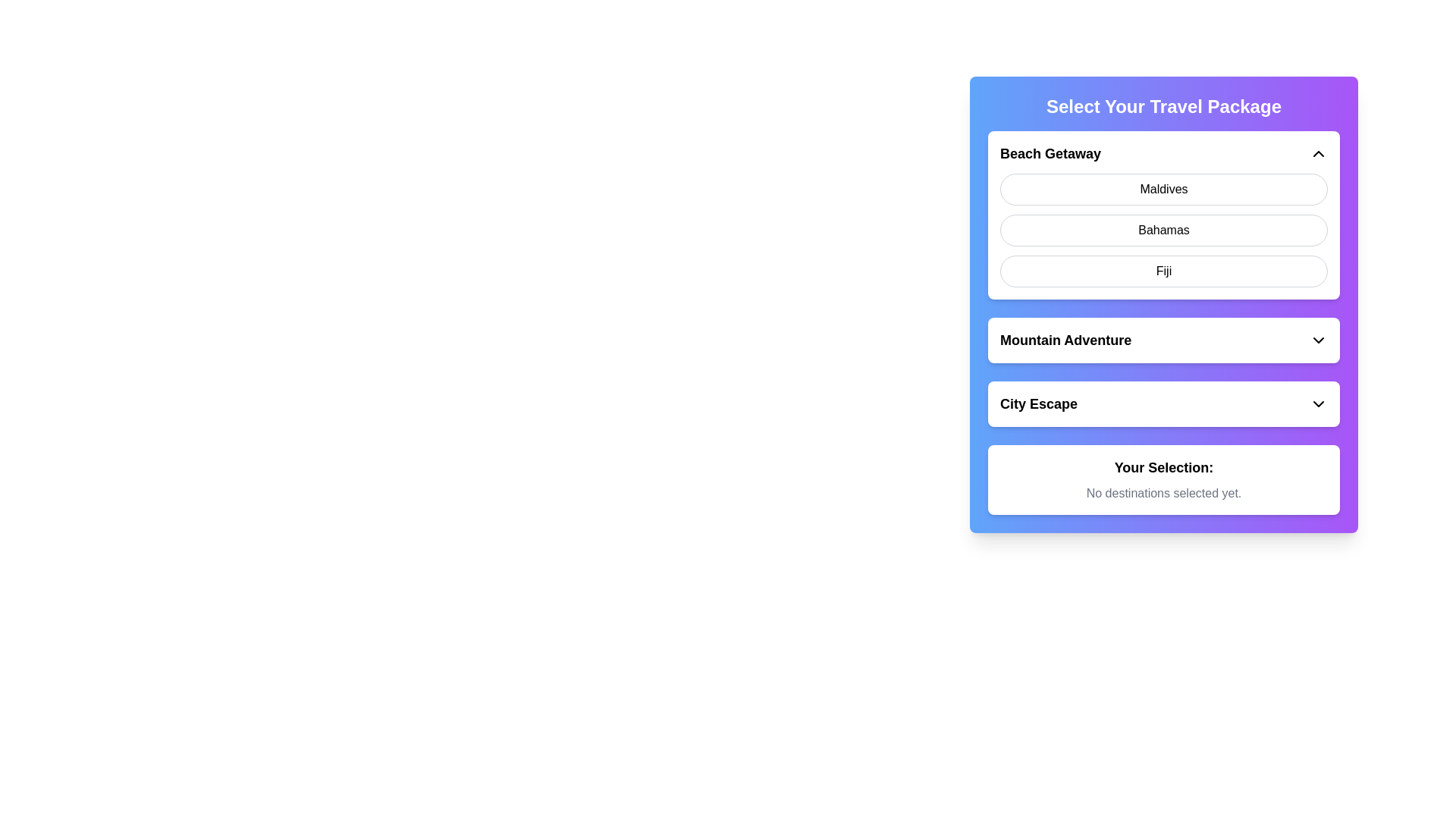  I want to click on the expand/collapse toggle button at the far-right end of the 'Mountain Adventure' section, so click(1317, 339).